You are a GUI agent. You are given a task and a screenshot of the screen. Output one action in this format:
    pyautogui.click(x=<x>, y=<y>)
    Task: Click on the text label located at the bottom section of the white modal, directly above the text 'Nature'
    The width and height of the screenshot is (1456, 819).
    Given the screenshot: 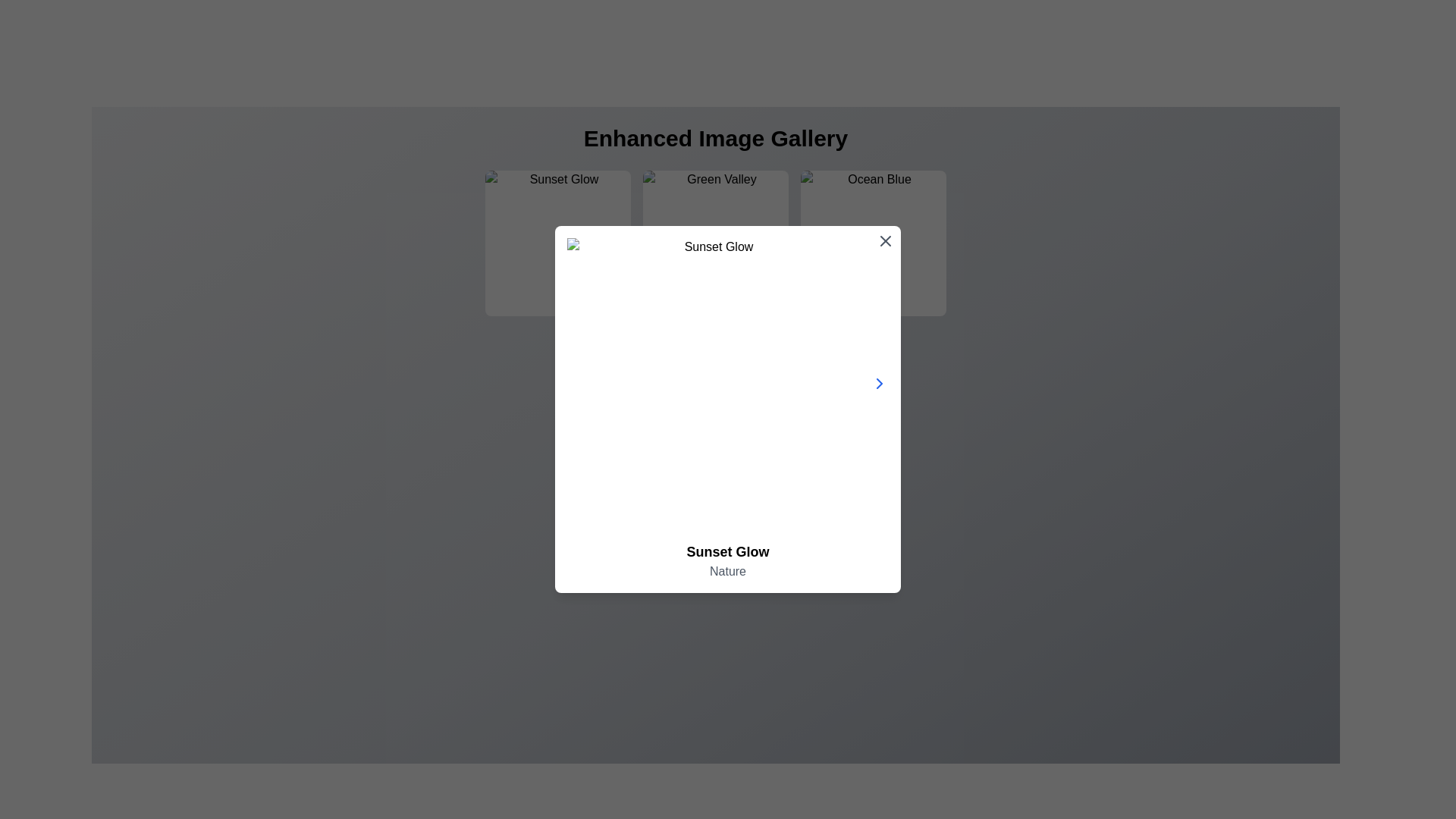 What is the action you would take?
    pyautogui.click(x=728, y=552)
    